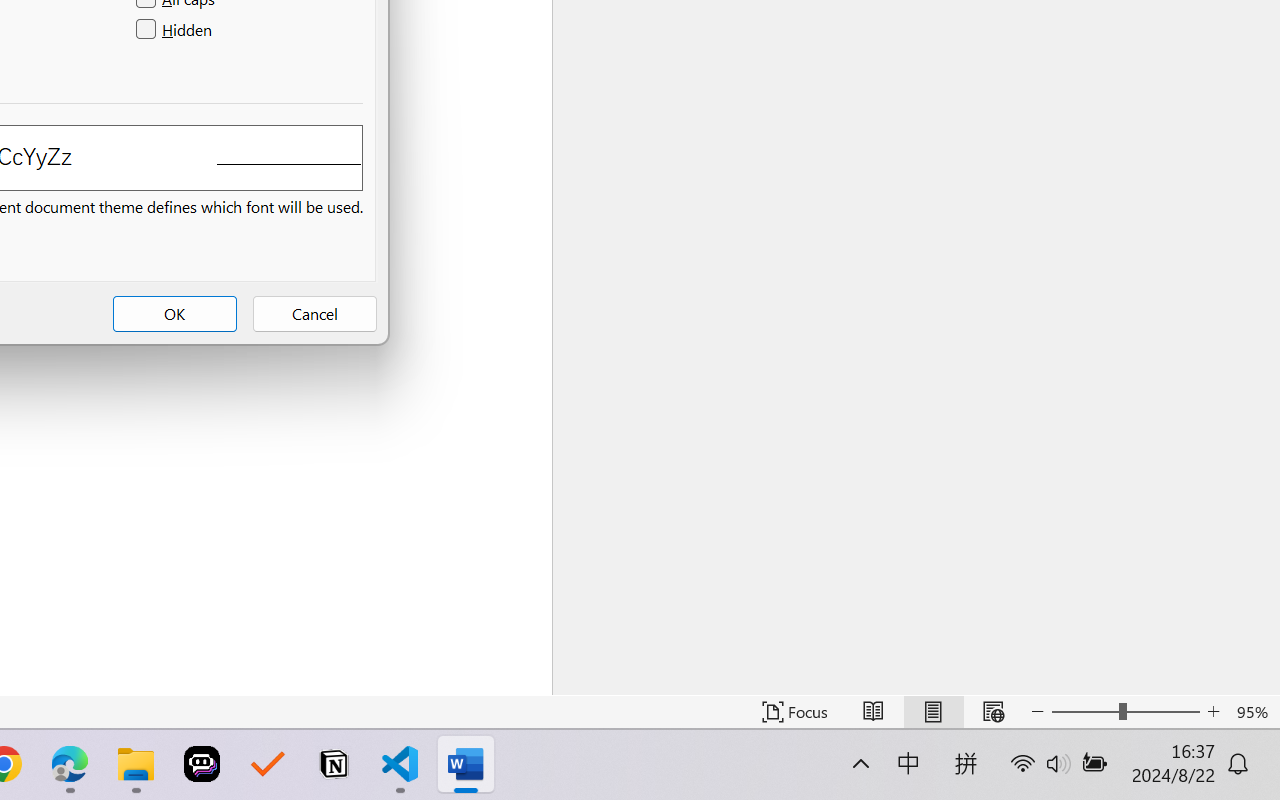 This screenshot has width=1280, height=800. What do you see at coordinates (1252, 711) in the screenshot?
I see `'Zoom 95%'` at bounding box center [1252, 711].